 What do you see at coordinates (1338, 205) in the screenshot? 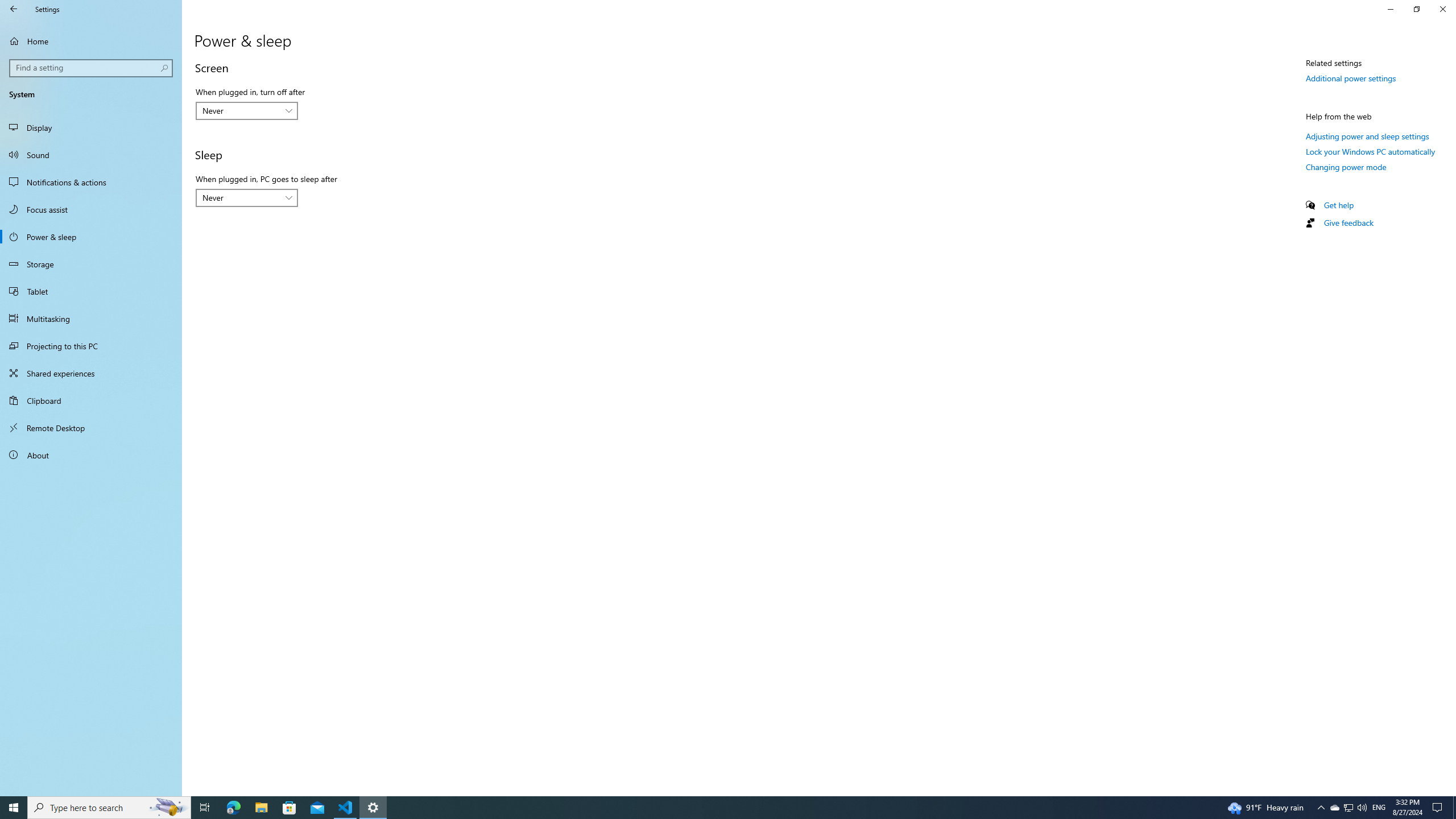
I see `'Get help'` at bounding box center [1338, 205].